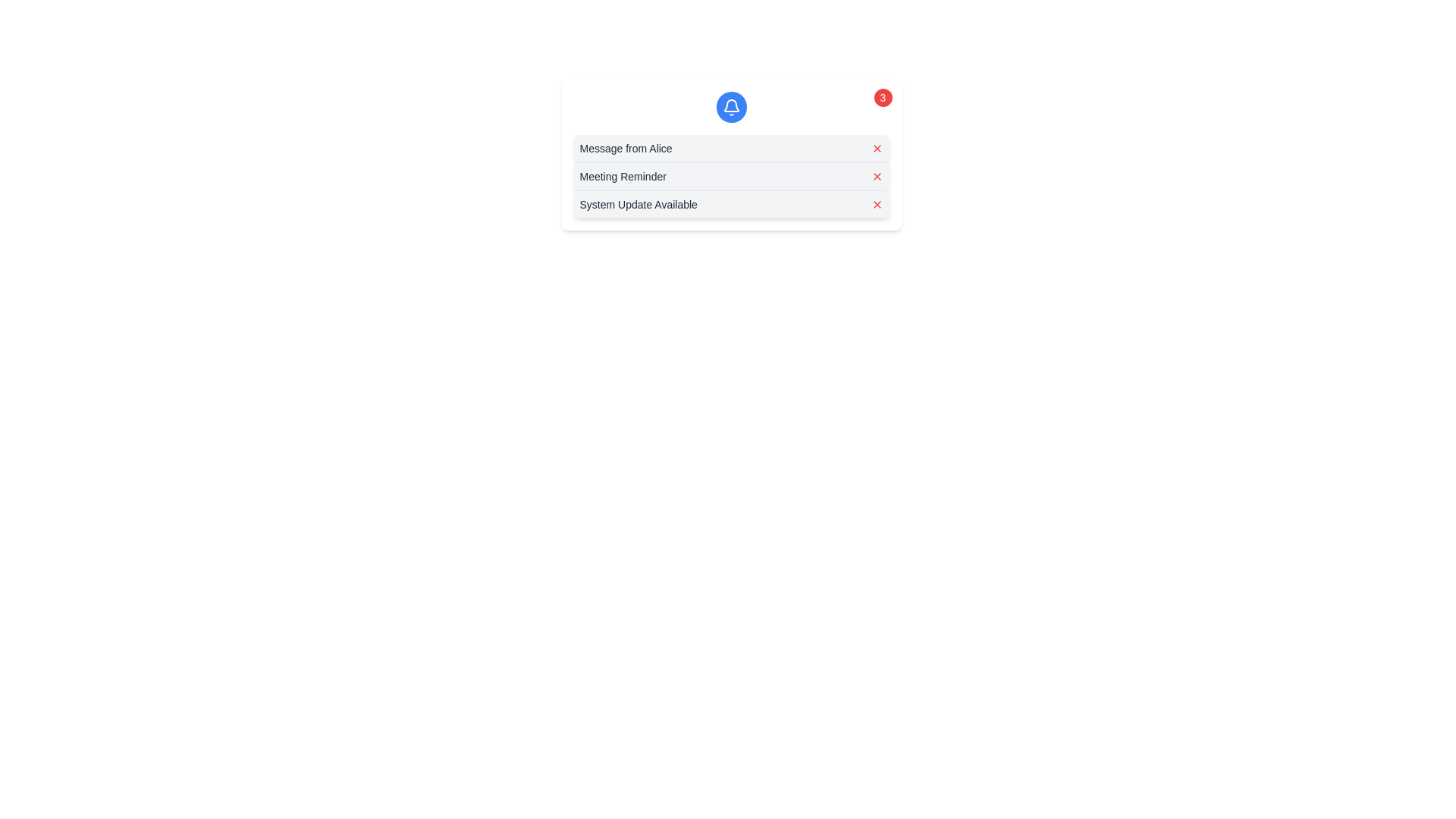 The width and height of the screenshot is (1456, 819). Describe the element at coordinates (731, 106) in the screenshot. I see `the bell icon, which is centered within a blue circular background and located near the top-middle of the notification card` at that location.